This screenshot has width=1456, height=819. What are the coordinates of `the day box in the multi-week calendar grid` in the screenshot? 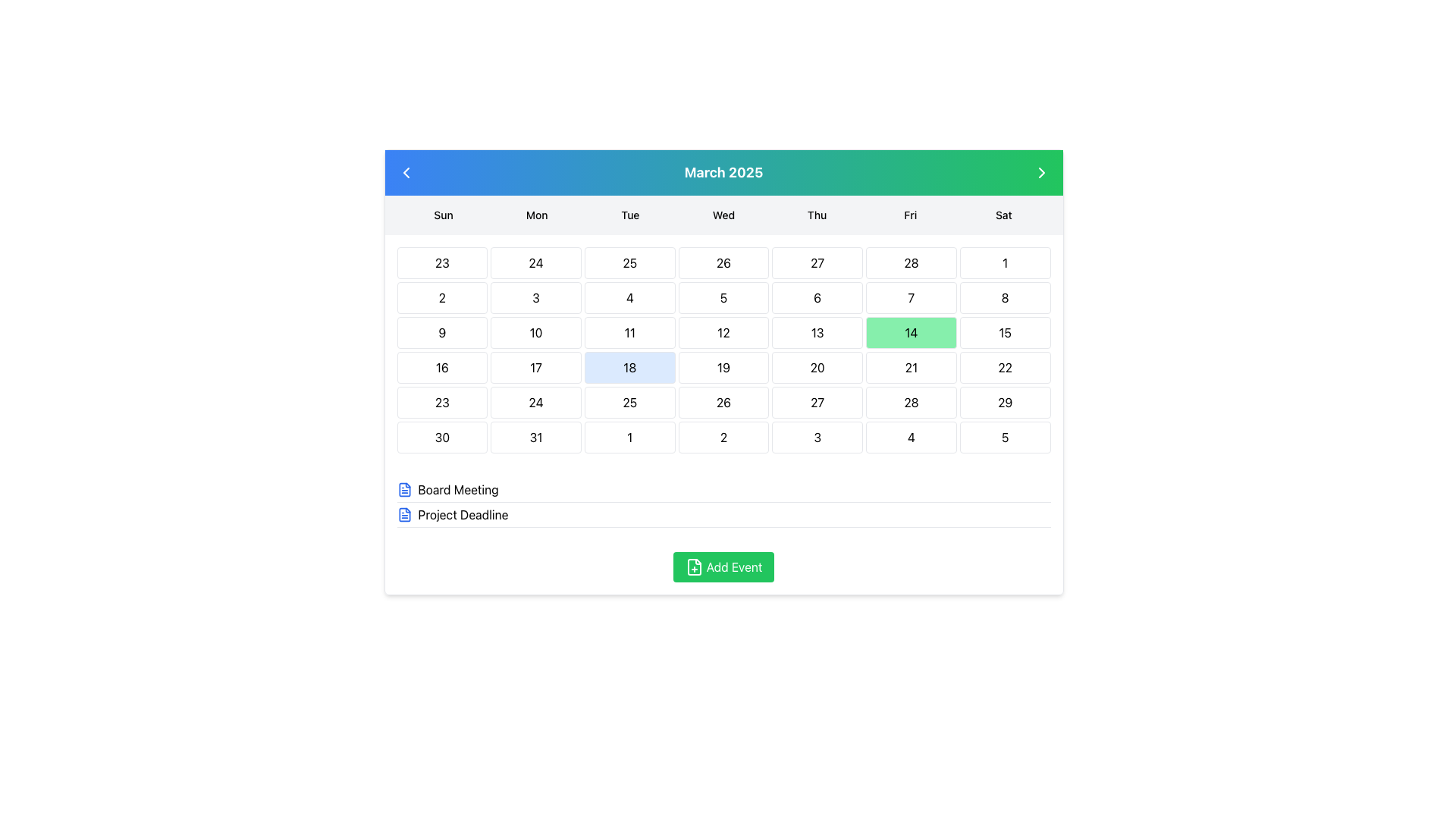 It's located at (723, 350).